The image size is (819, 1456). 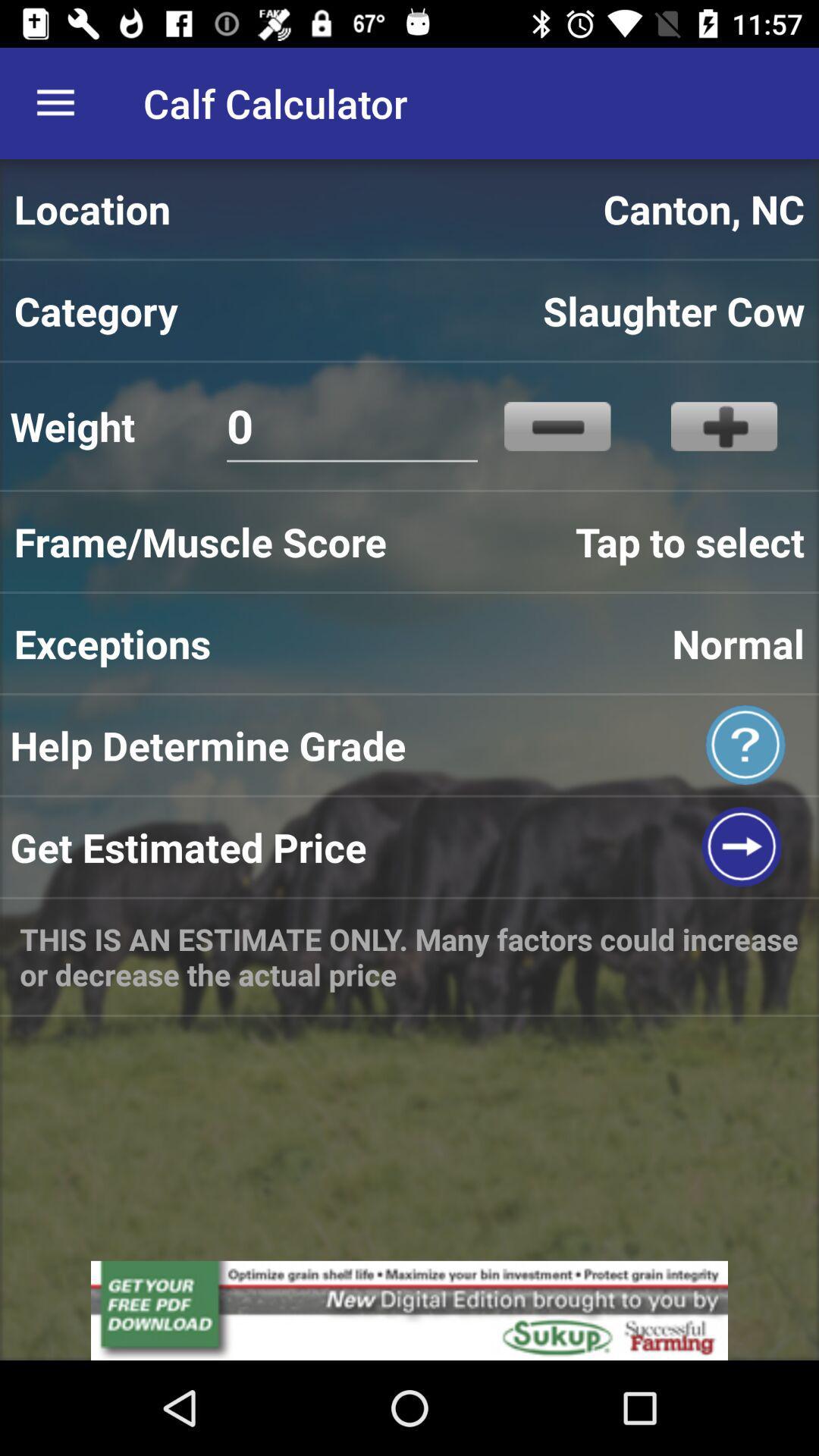 What do you see at coordinates (723, 425) in the screenshot?
I see `increase` at bounding box center [723, 425].